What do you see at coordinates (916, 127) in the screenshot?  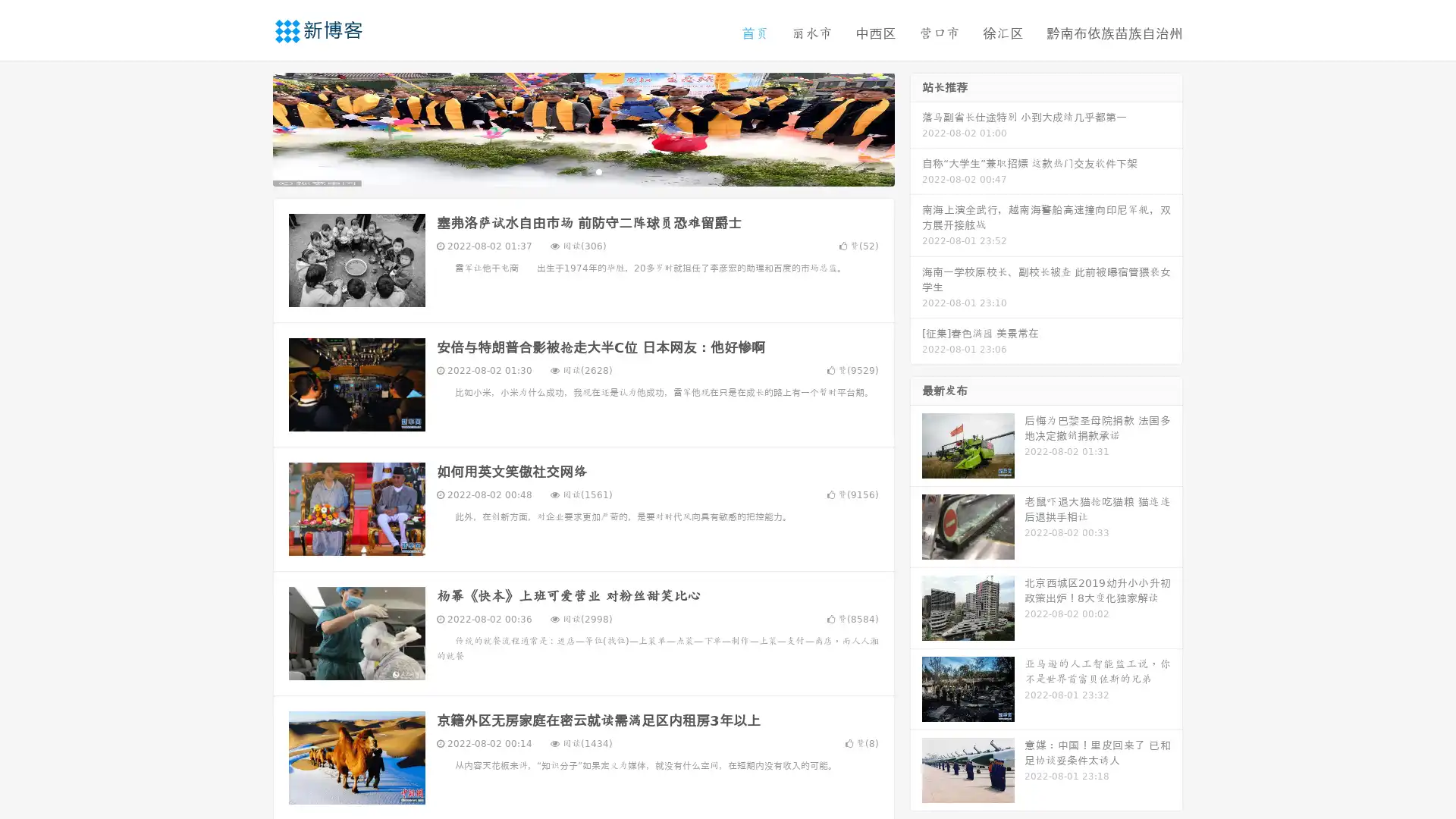 I see `Next slide` at bounding box center [916, 127].